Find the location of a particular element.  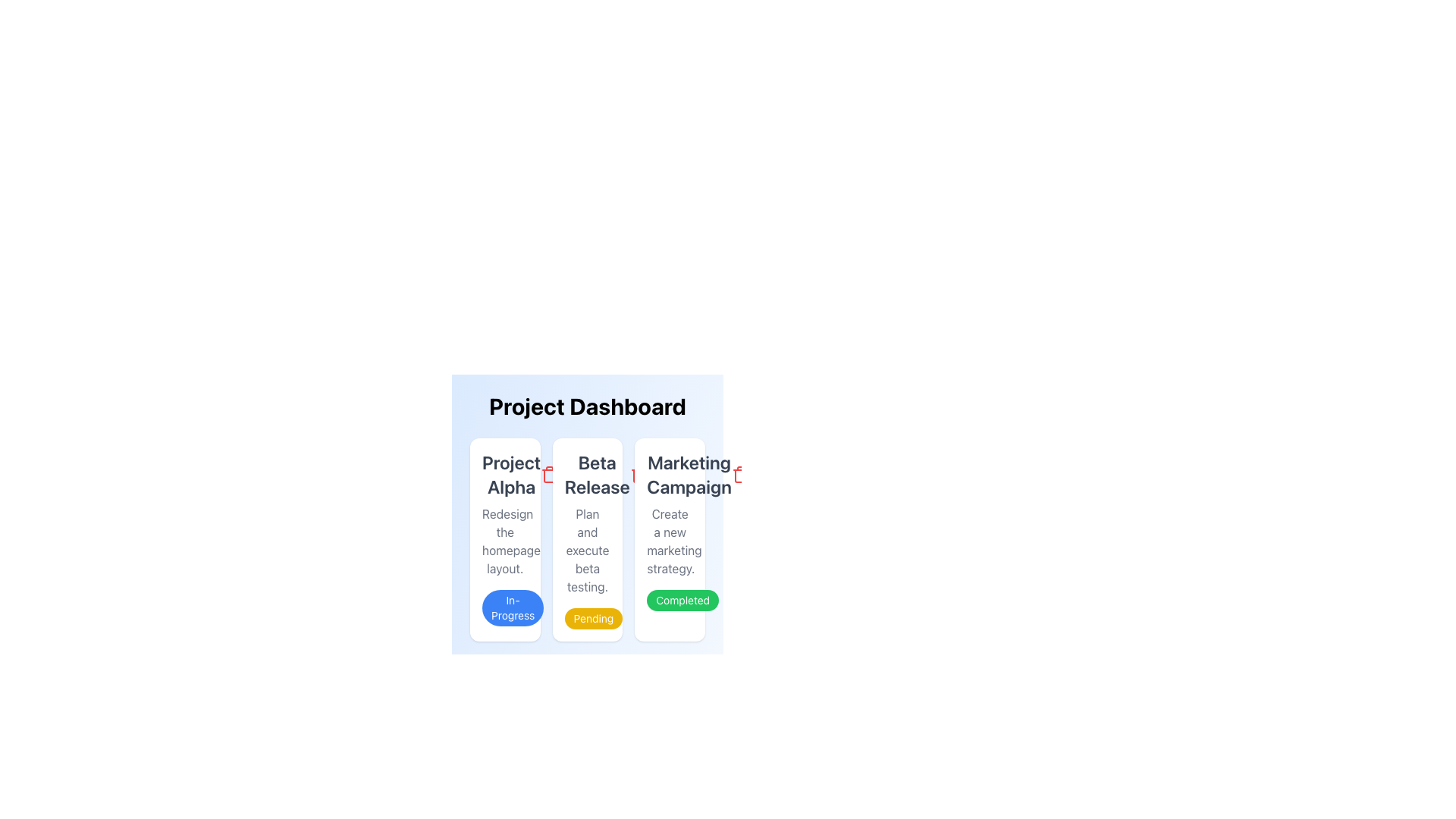

the trash can icon located at the top right corner of the 'Marketing Campaign' card, next to the label 'Completed' is located at coordinates (740, 475).